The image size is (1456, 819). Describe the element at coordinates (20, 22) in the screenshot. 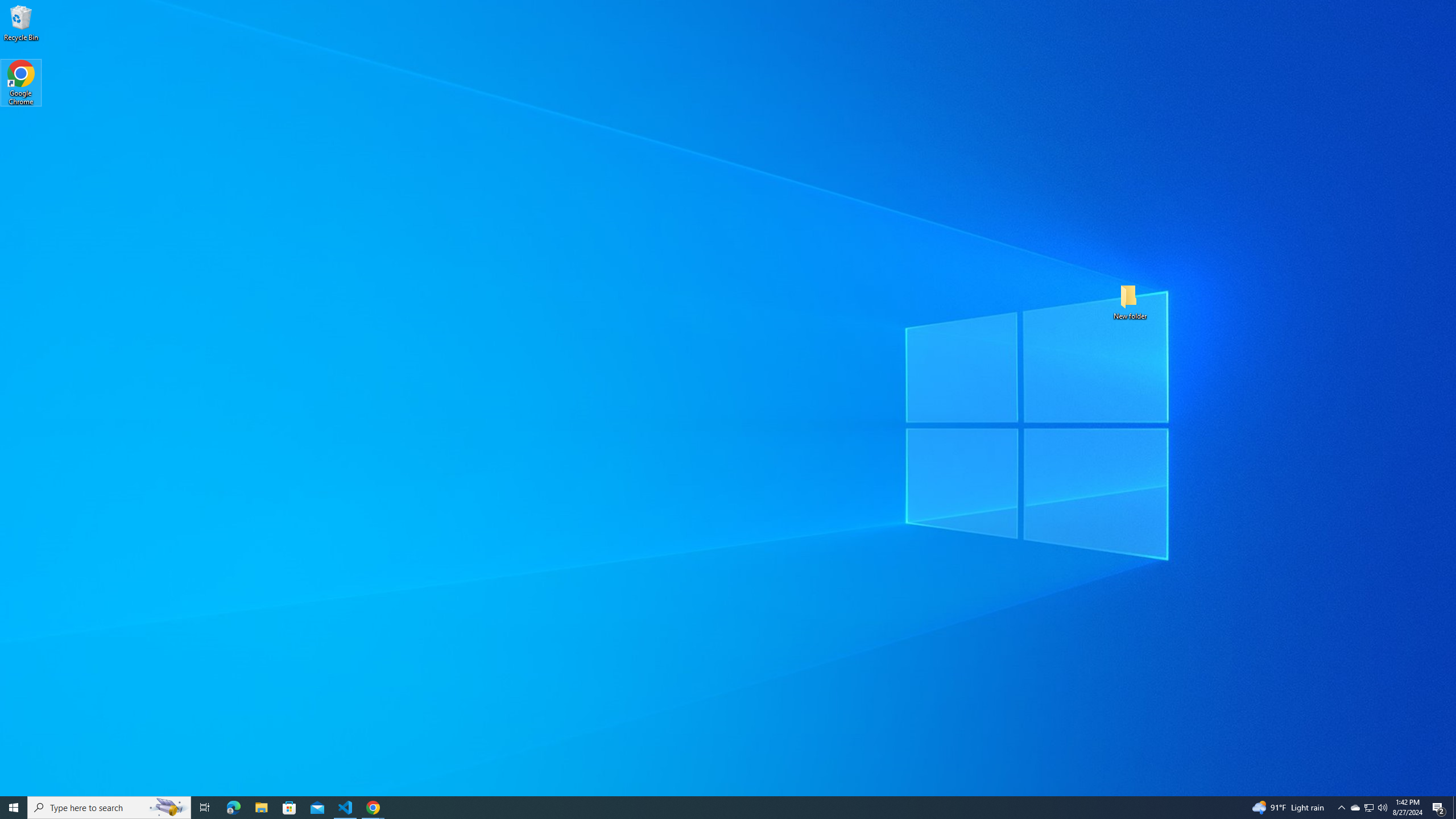

I see `'Recycle Bin'` at that location.